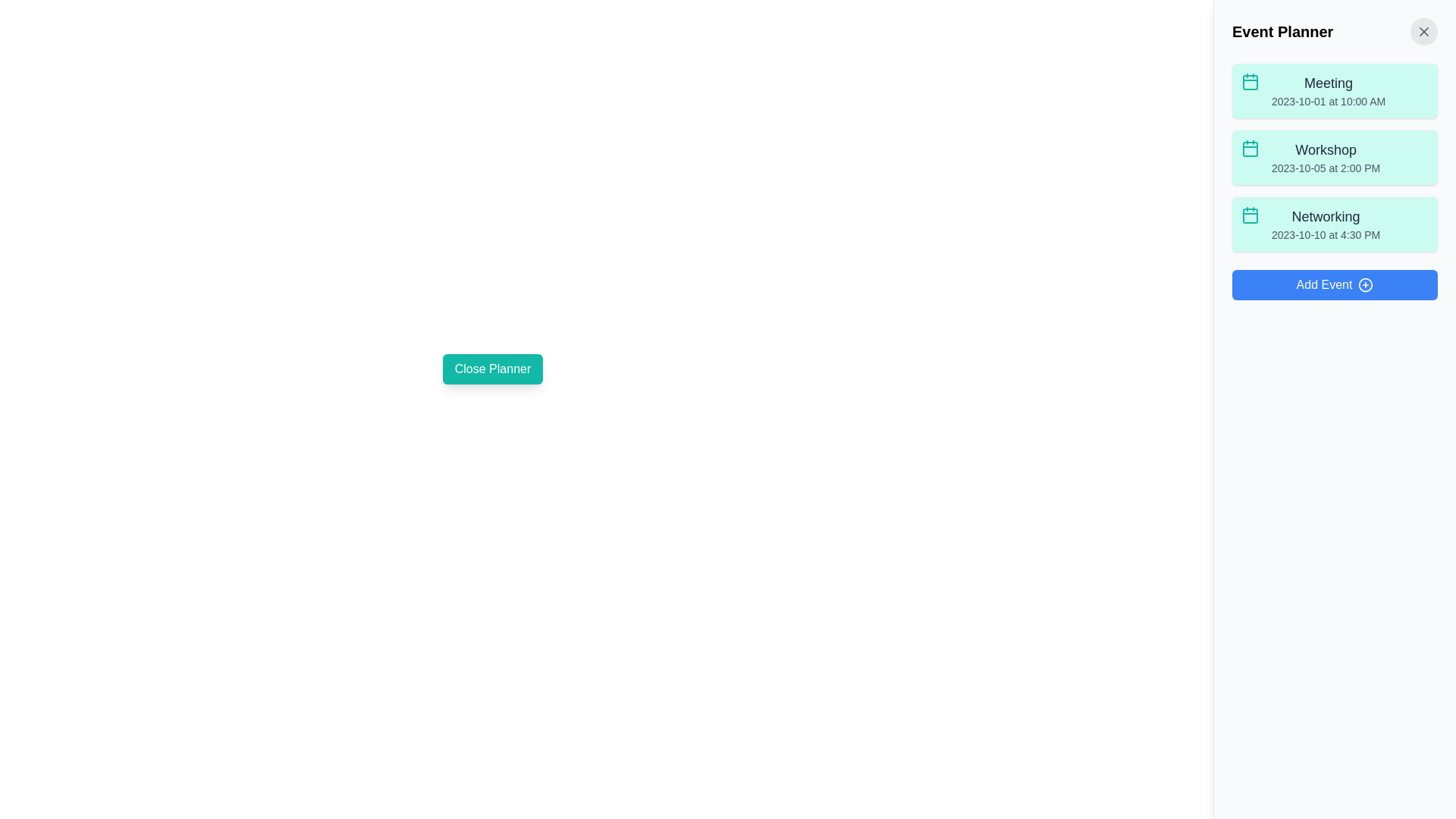  I want to click on the icon button located at the top-right corner of the 'Event Planner' section, so click(1423, 32).